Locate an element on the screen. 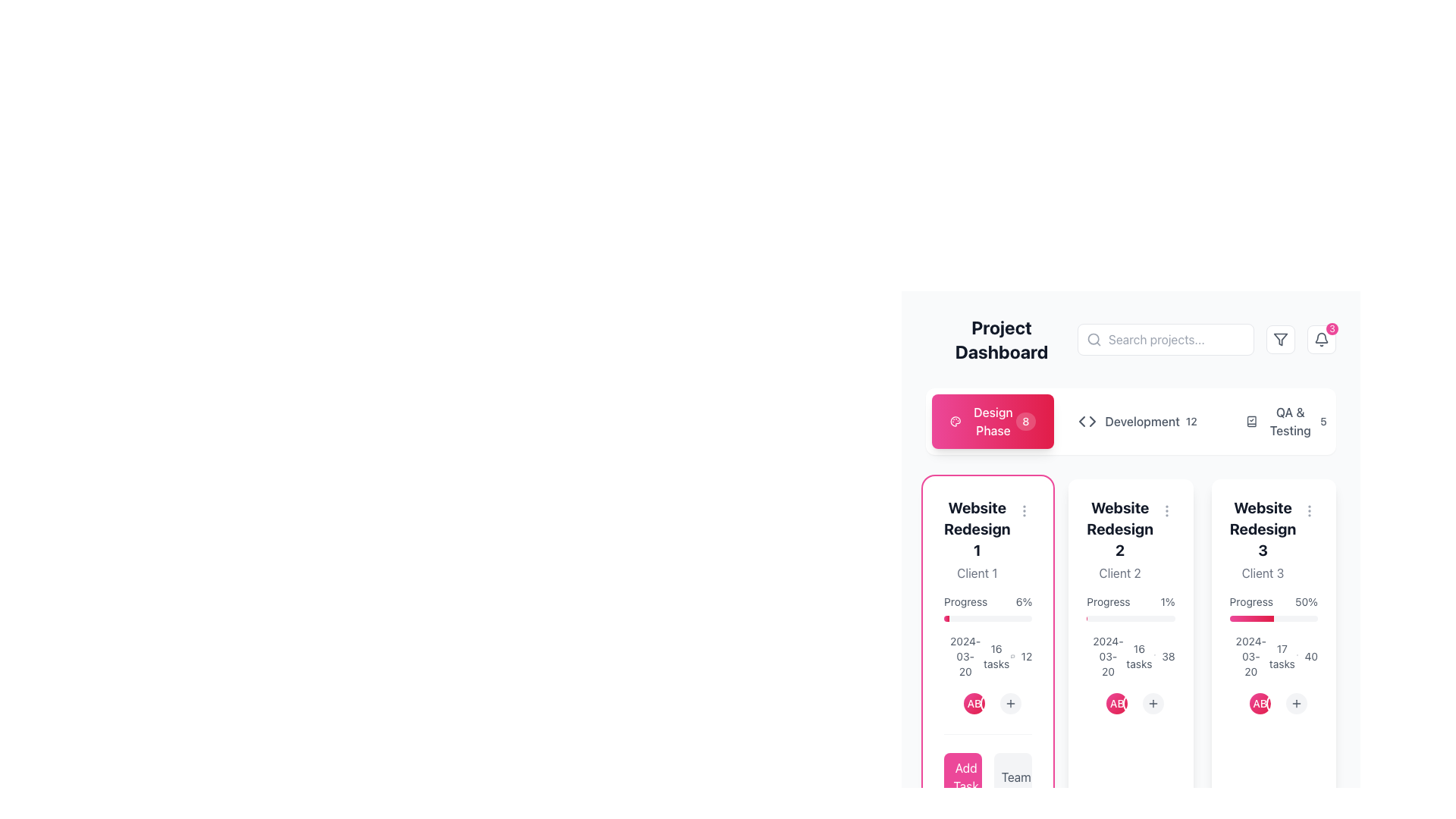 Image resolution: width=1456 pixels, height=819 pixels. the Progress bar indicating 6% completion in the 'Website Redesign 1' project card on the 'Project Dashboard' is located at coordinates (988, 619).